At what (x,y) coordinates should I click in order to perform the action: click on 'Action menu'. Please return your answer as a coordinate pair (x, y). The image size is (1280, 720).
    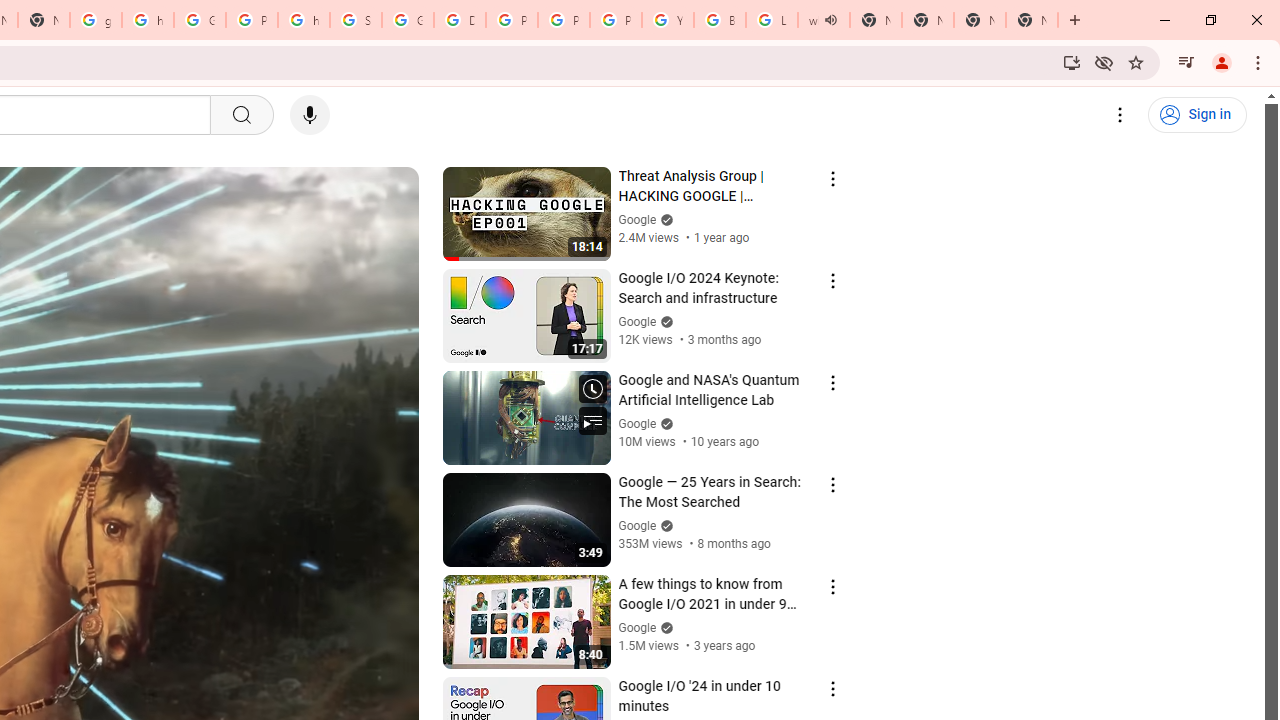
    Looking at the image, I should click on (832, 688).